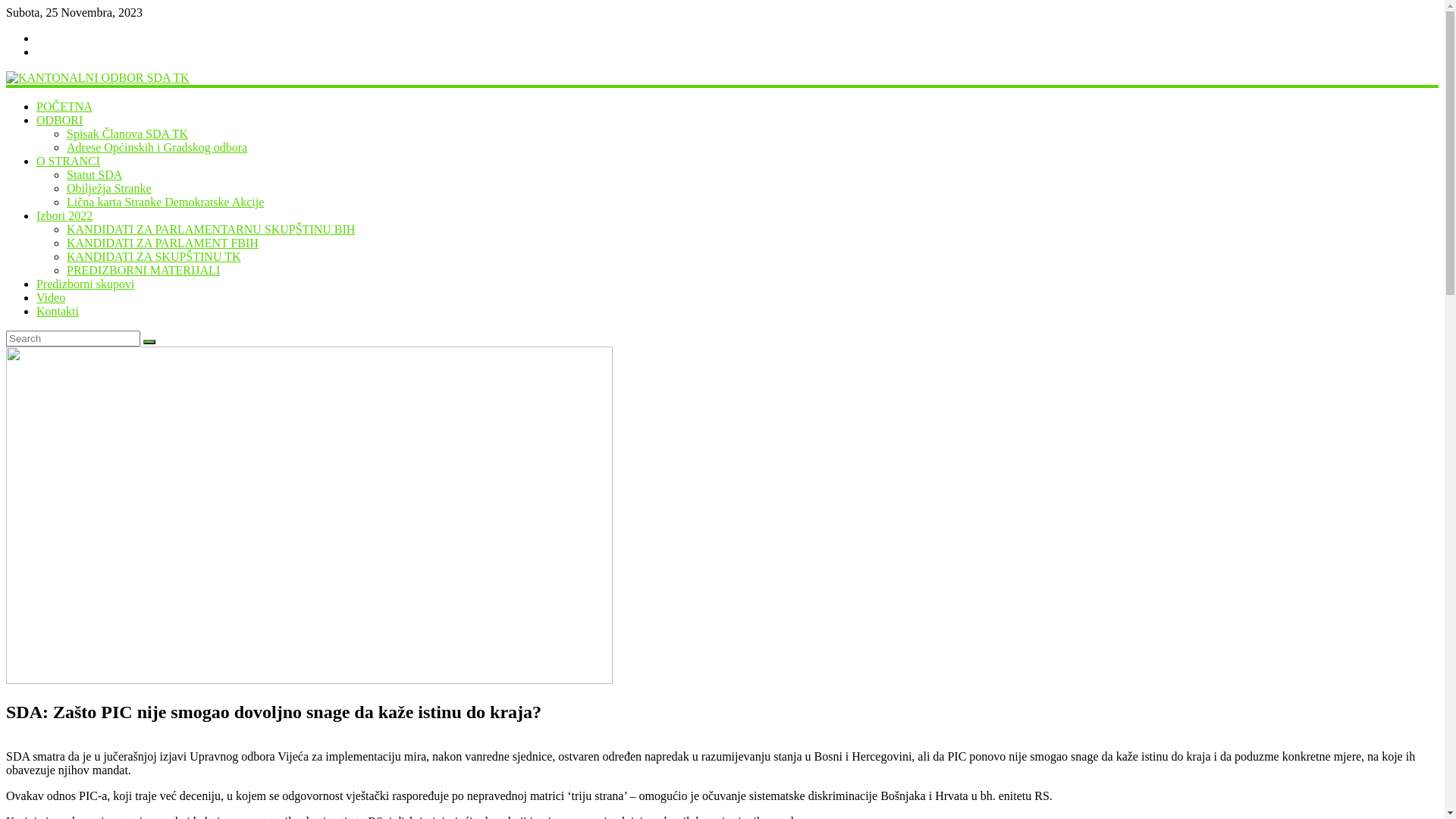 This screenshot has width=1456, height=819. I want to click on 'O STRANCI', so click(67, 161).